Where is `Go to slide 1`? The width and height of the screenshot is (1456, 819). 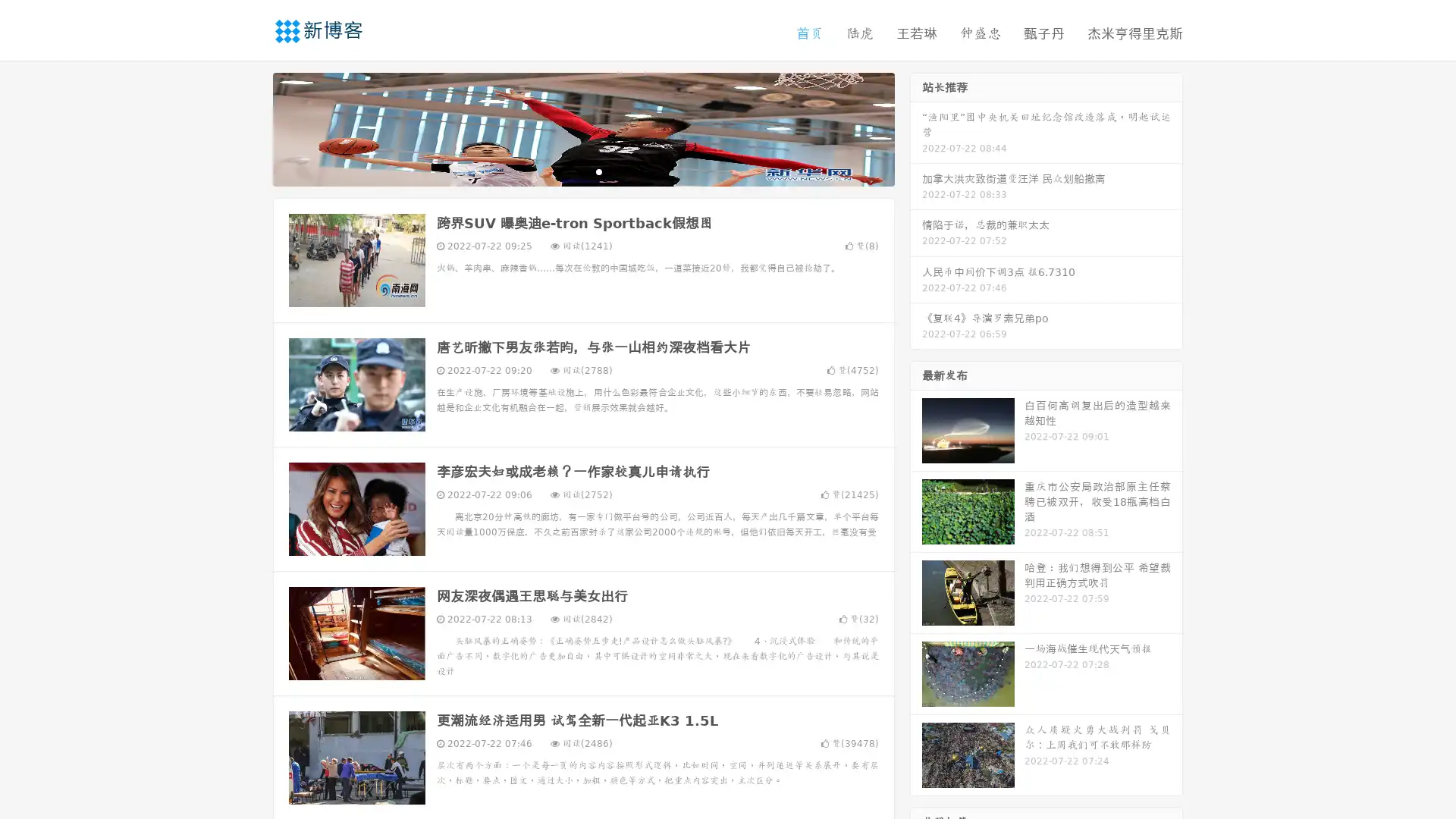 Go to slide 1 is located at coordinates (567, 171).